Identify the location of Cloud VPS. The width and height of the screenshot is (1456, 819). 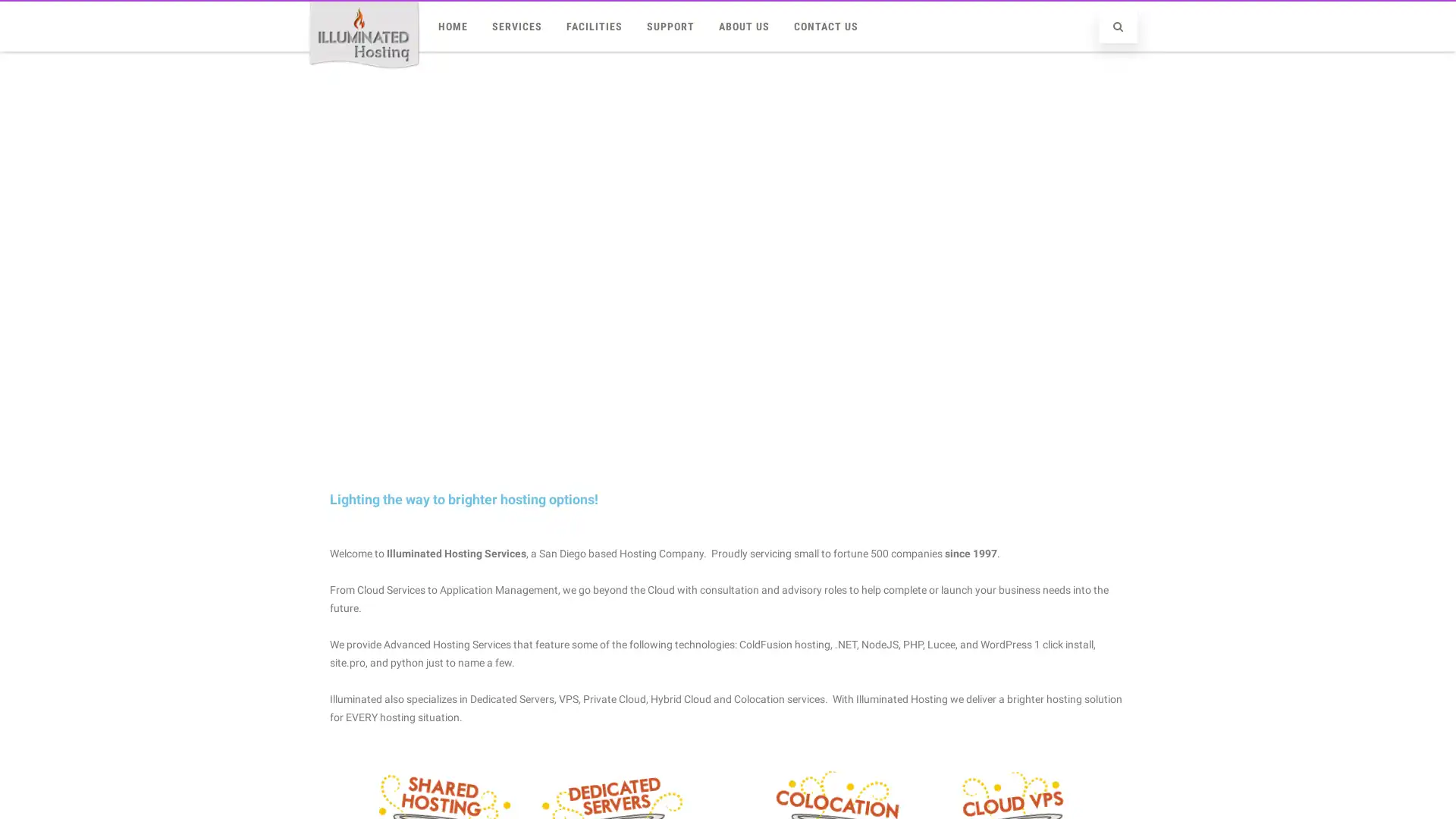
(706, 489).